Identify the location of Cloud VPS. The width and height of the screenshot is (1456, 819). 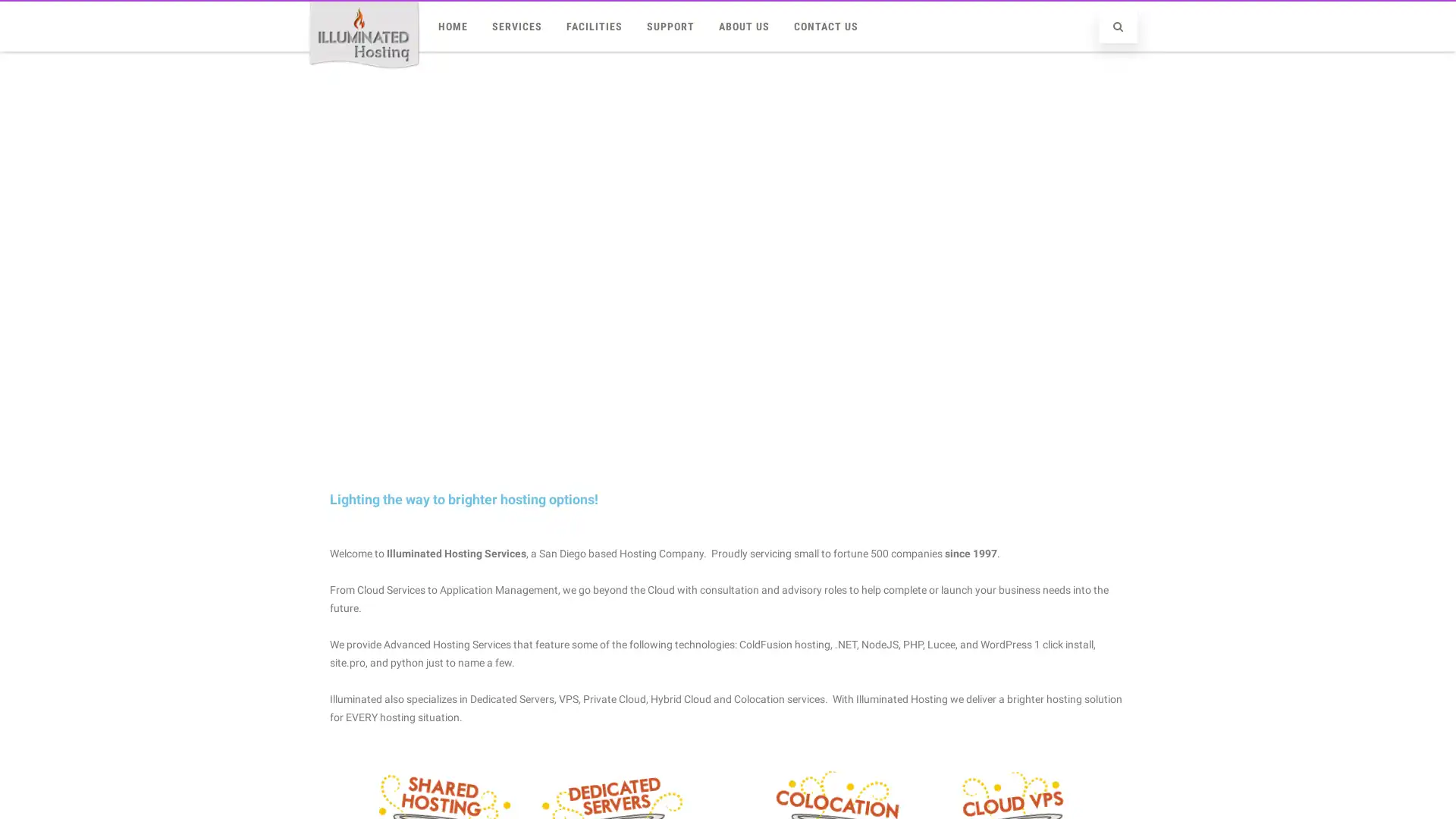
(706, 489).